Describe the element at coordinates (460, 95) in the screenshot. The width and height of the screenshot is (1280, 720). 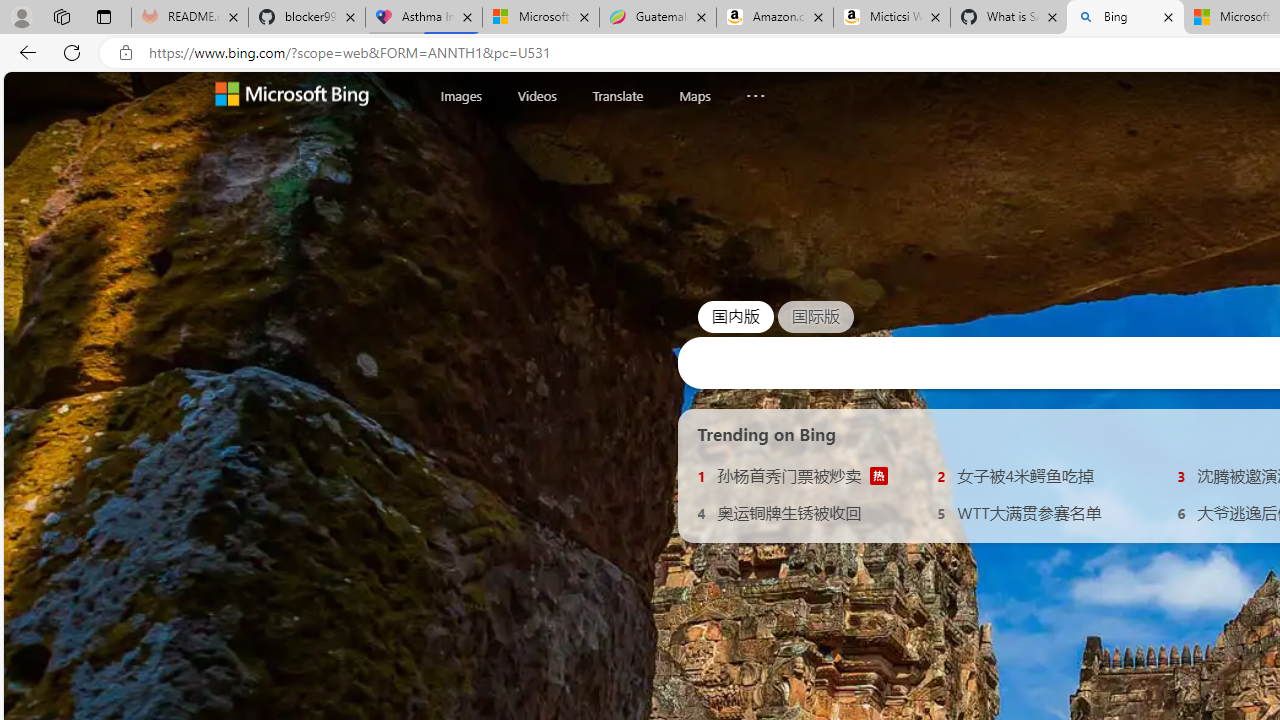
I see `'Images'` at that location.